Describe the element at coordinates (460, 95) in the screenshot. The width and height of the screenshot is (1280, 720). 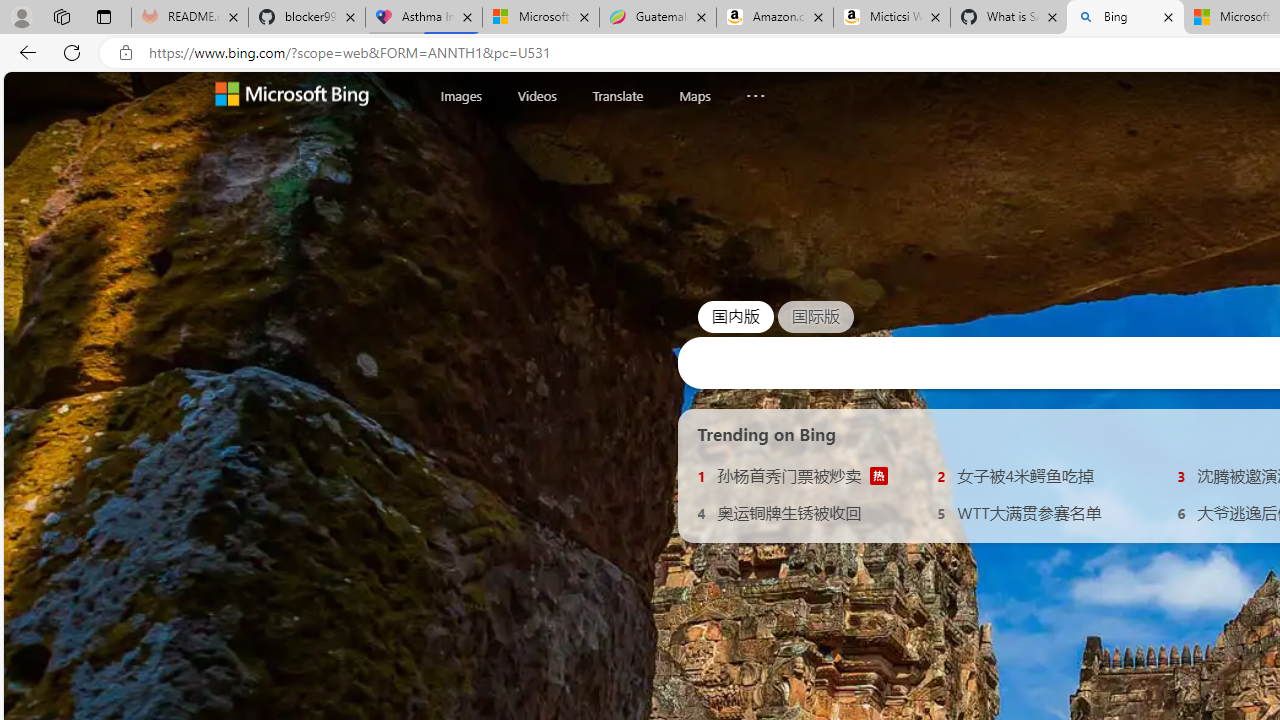
I see `'Images'` at that location.